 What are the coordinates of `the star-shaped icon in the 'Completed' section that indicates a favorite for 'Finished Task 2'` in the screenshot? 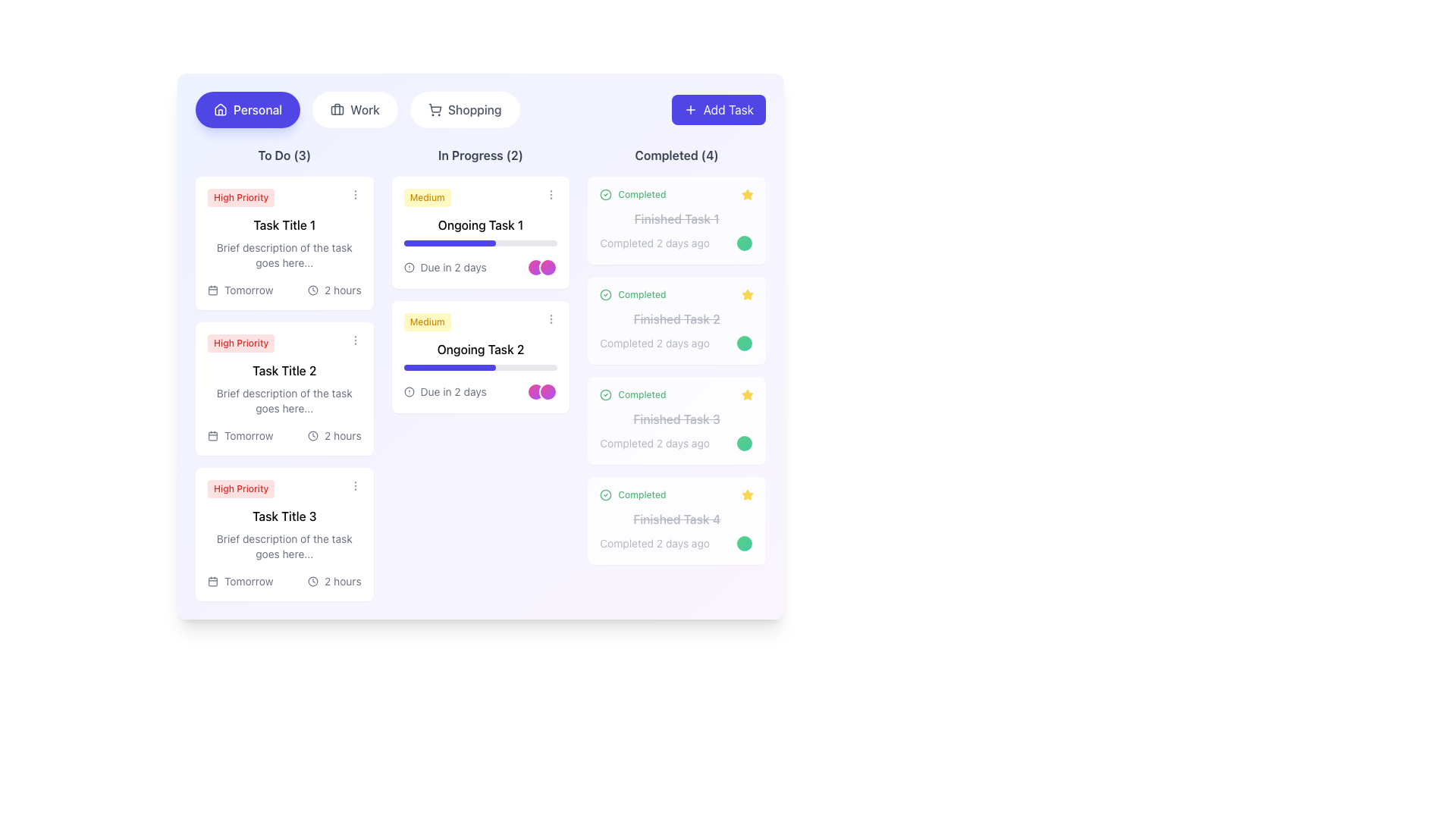 It's located at (747, 295).